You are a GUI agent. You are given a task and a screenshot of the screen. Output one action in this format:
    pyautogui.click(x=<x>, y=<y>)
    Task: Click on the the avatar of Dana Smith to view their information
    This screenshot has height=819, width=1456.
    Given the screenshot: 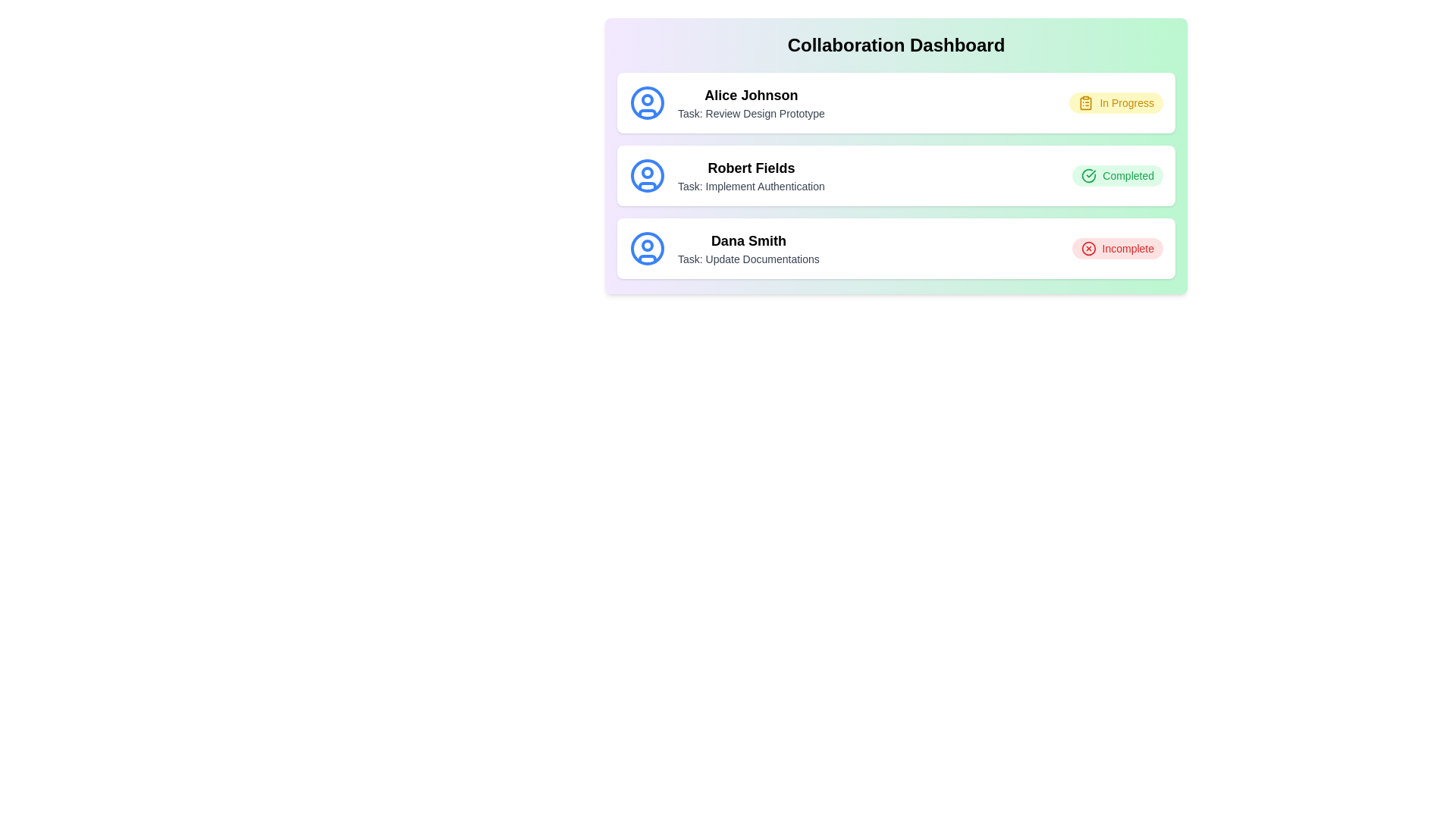 What is the action you would take?
    pyautogui.click(x=648, y=247)
    